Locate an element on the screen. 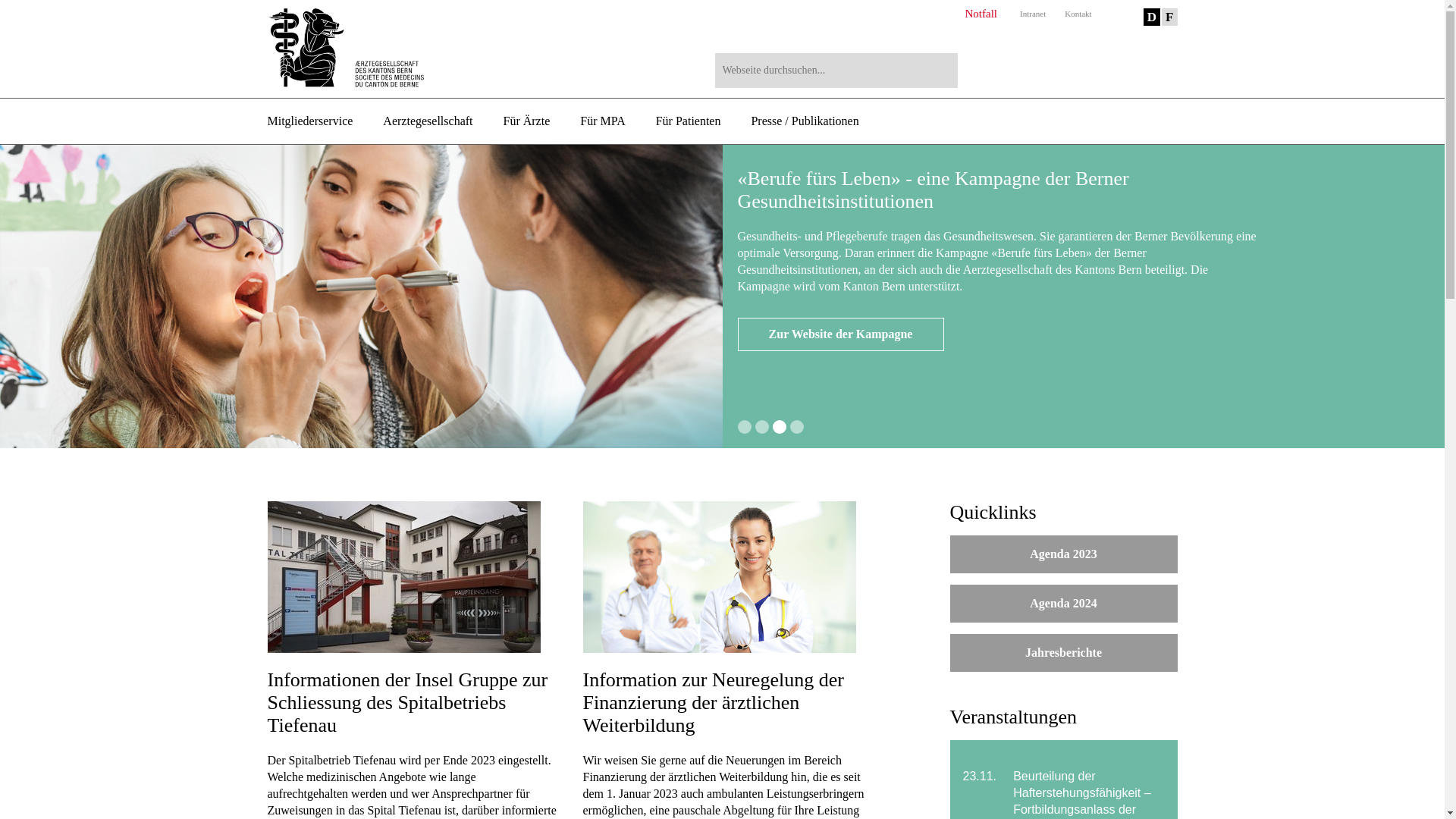  'Mehr erfahren' is located at coordinates (736, 333).